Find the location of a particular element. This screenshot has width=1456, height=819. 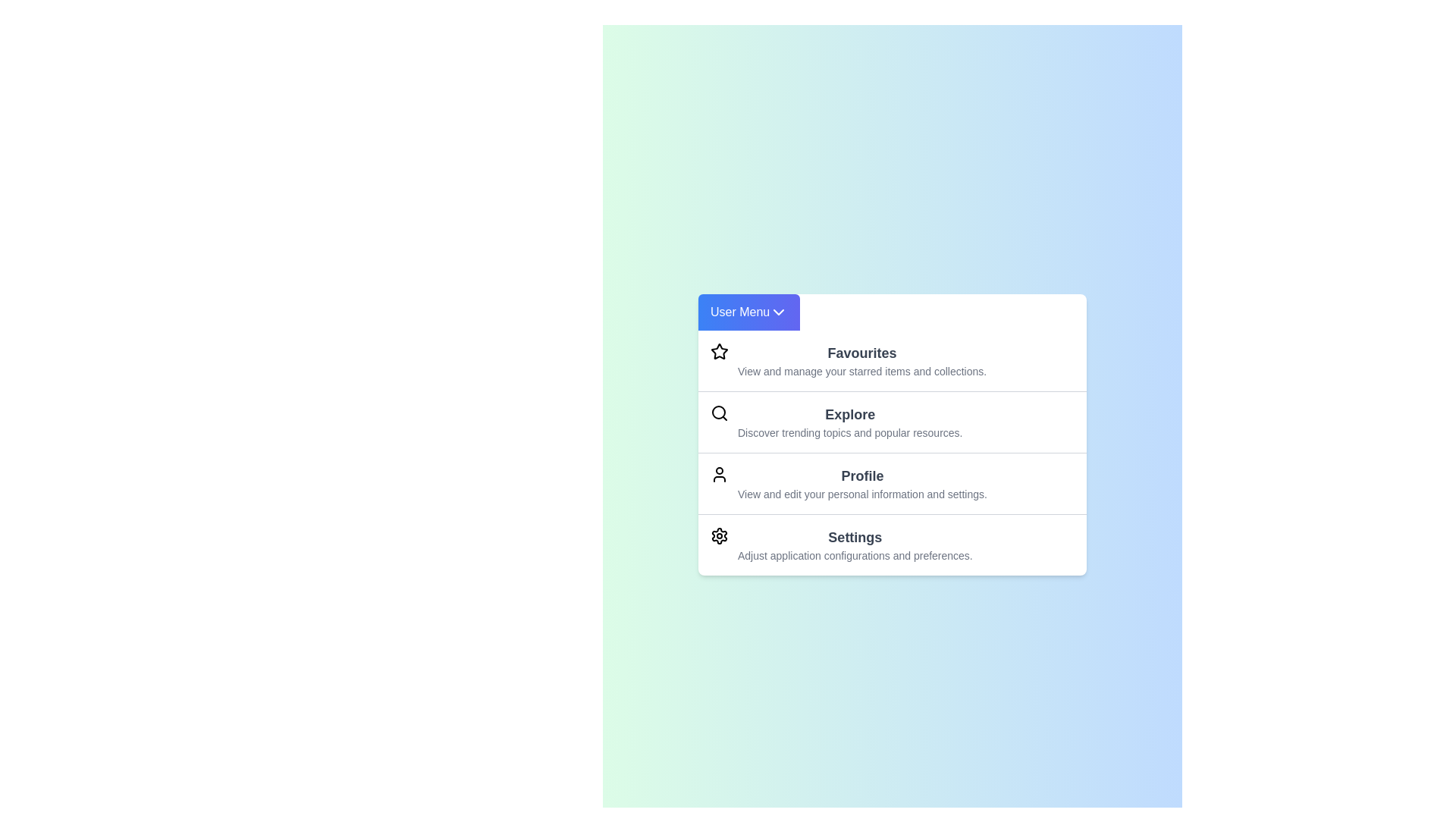

the User Menu button to toggle the menu visibility is located at coordinates (749, 311).